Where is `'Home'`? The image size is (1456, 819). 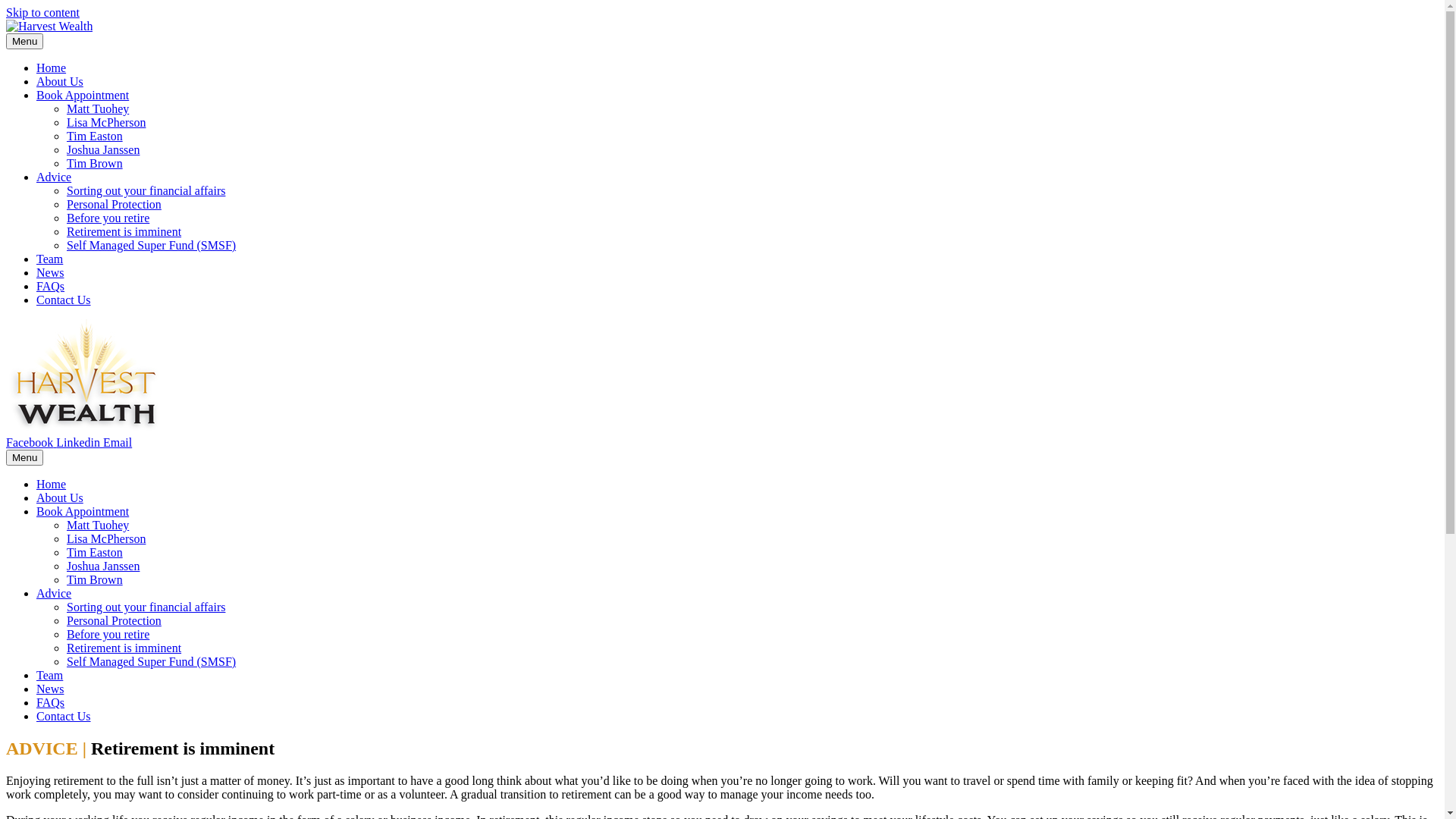
'Home' is located at coordinates (51, 67).